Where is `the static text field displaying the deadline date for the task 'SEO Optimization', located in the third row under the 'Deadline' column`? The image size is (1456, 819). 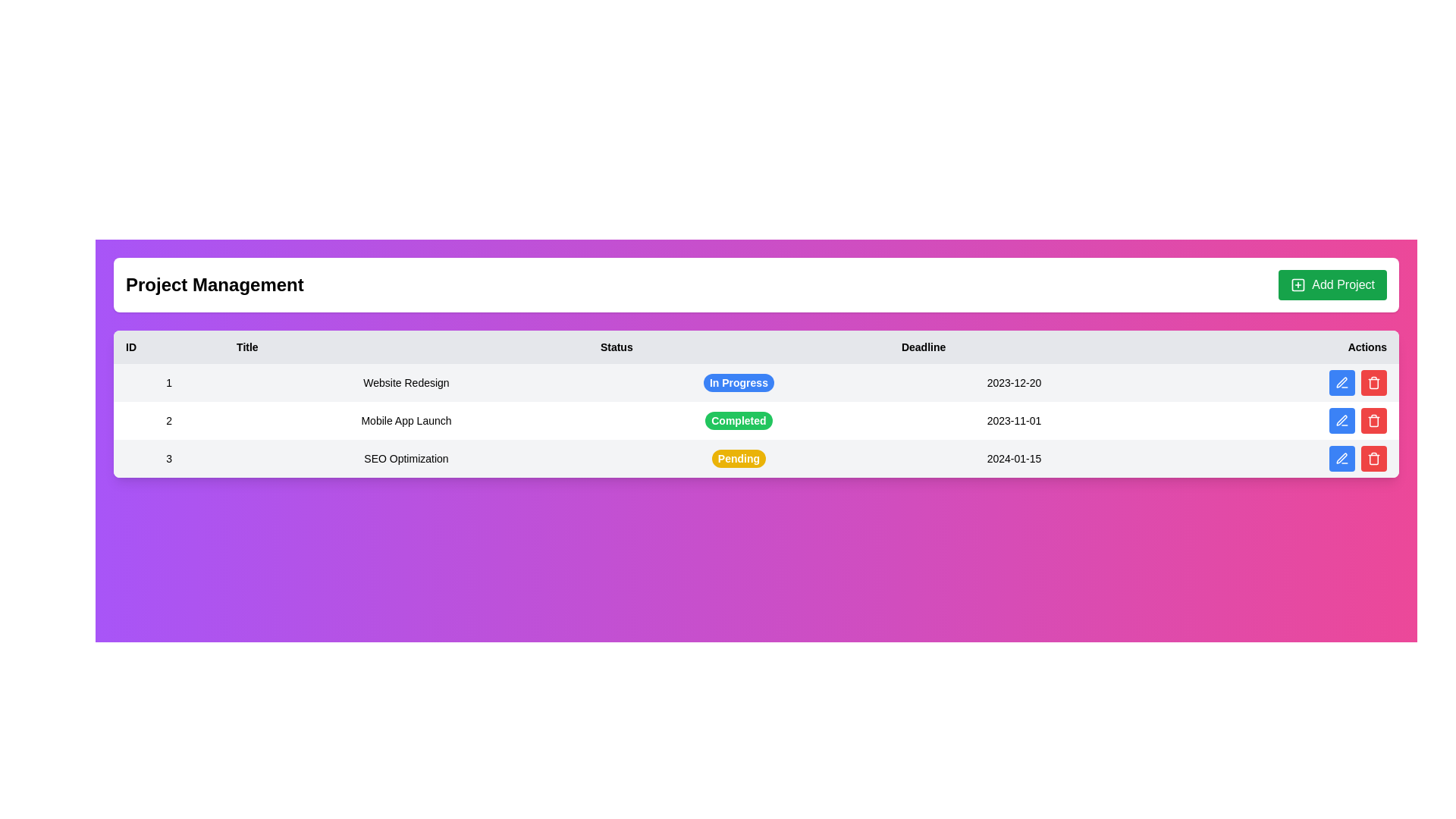
the static text field displaying the deadline date for the task 'SEO Optimization', located in the third row under the 'Deadline' column is located at coordinates (1014, 458).